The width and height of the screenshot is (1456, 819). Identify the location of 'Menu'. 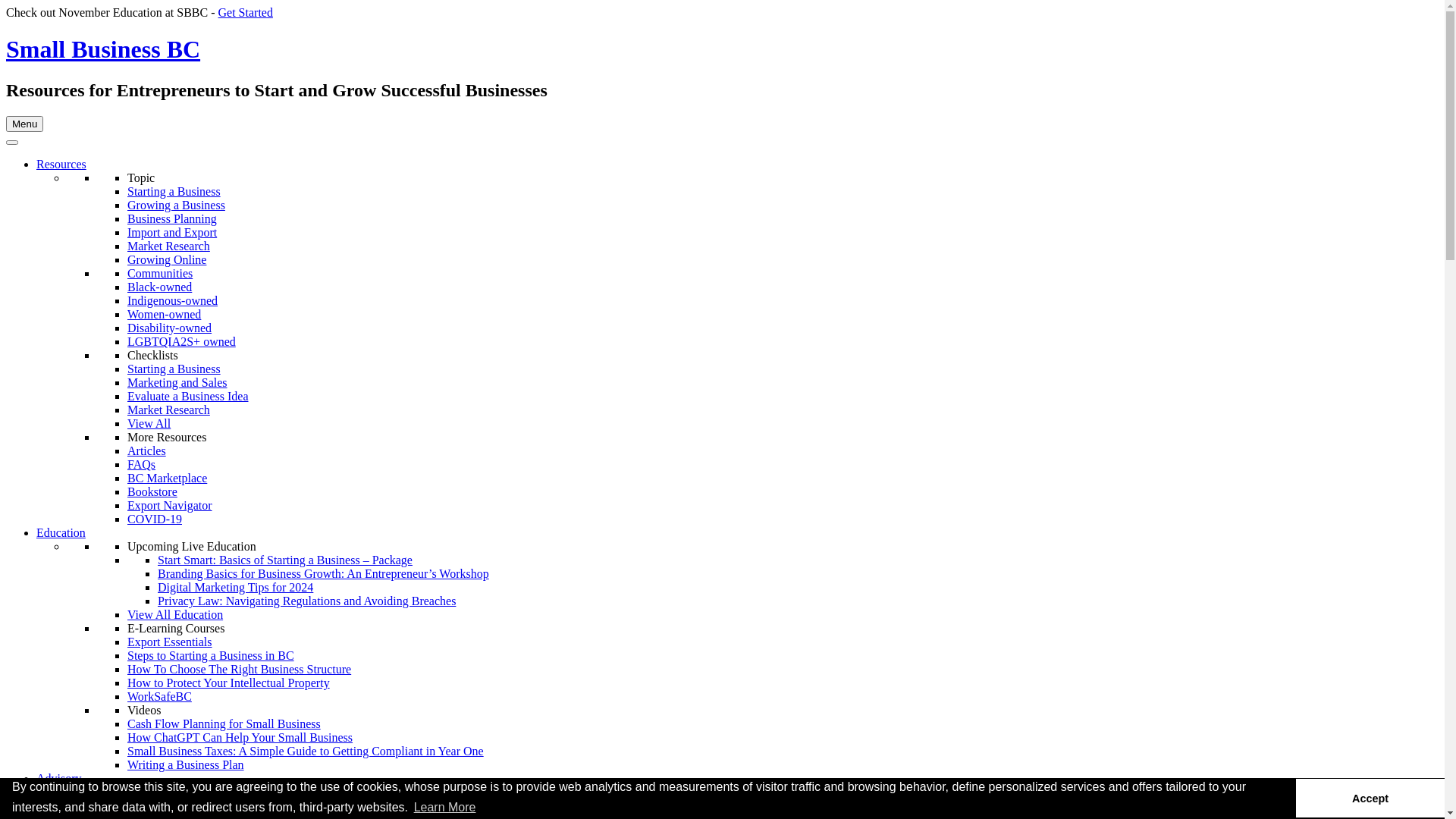
(24, 123).